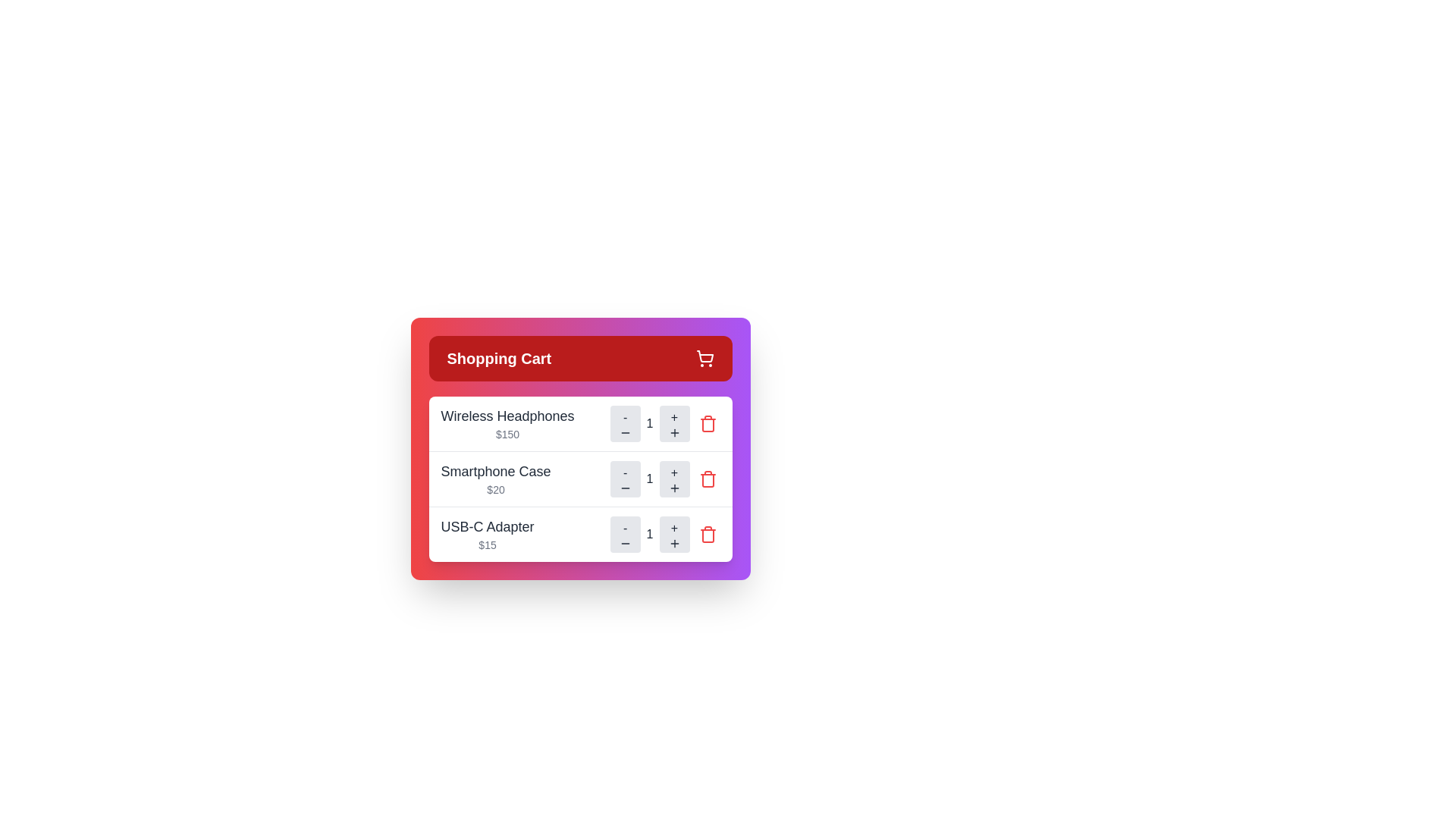 The height and width of the screenshot is (819, 1456). Describe the element at coordinates (579, 359) in the screenshot. I see `the shopping cart header button to toggle its visibility` at that location.